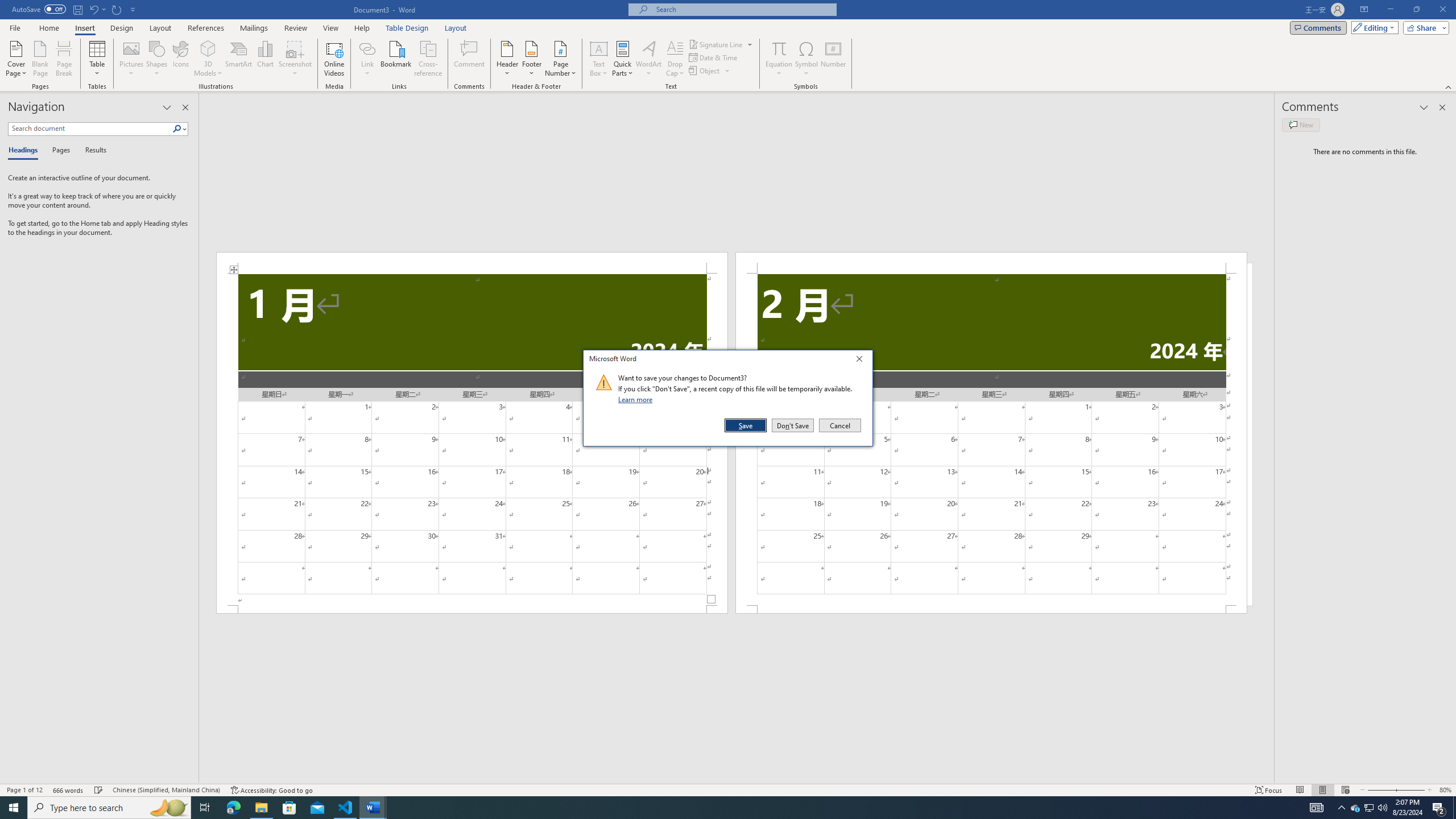  I want to click on 'Link', so click(367, 48).